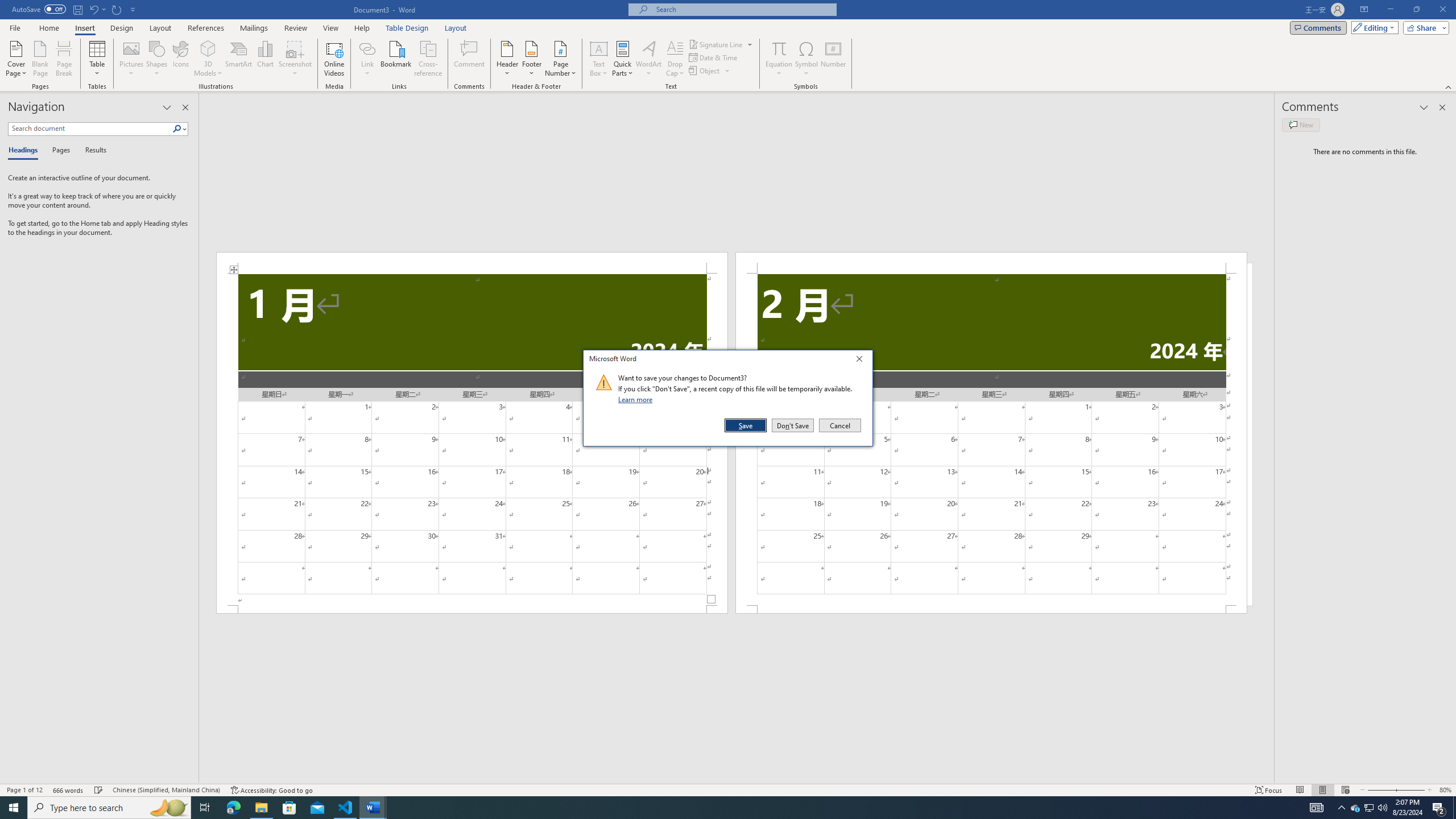  I want to click on 'Link', so click(367, 48).